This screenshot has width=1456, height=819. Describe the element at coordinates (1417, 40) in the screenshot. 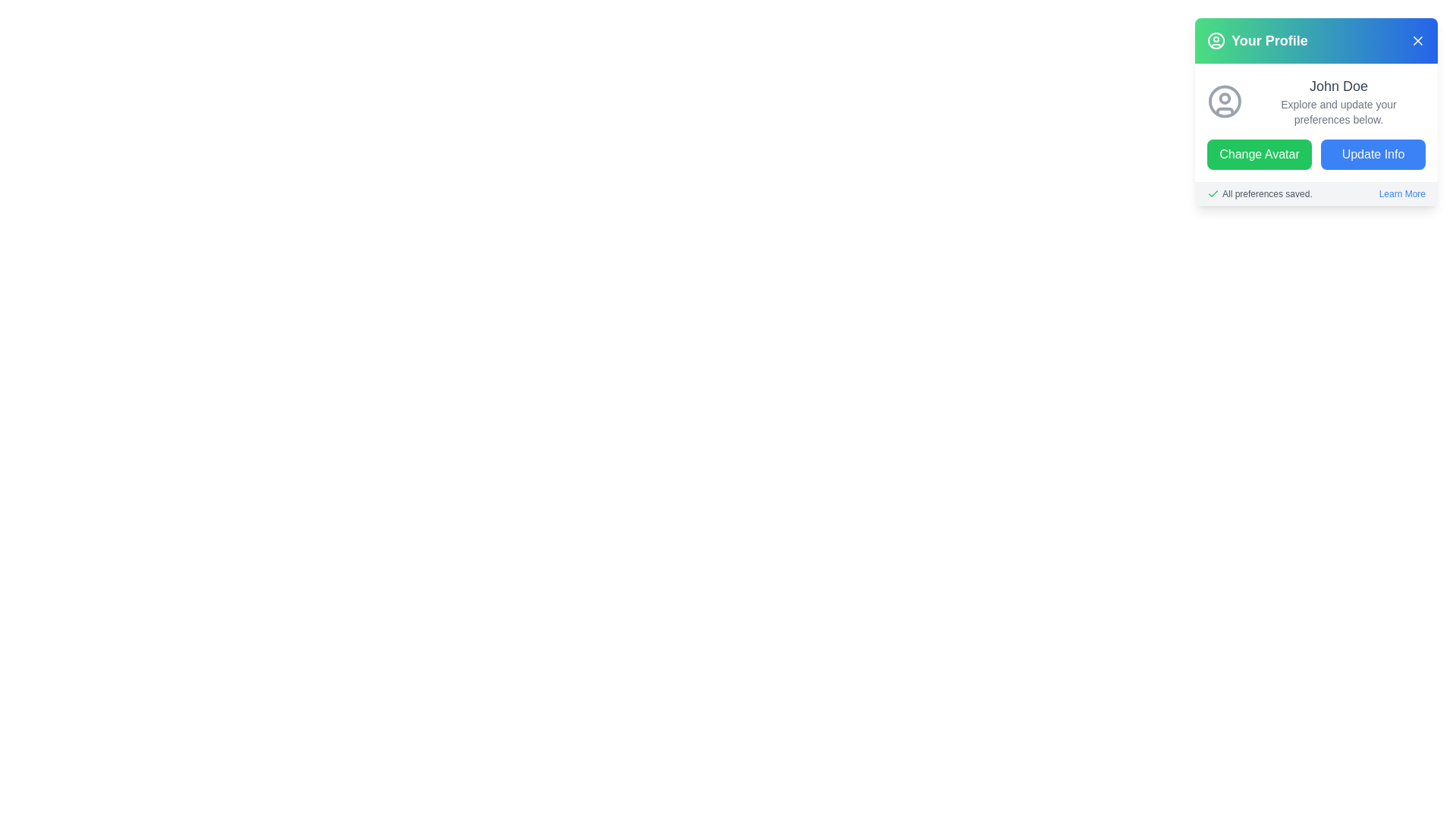

I see `the SVG close icon in the top-right corner of the profile card` at that location.